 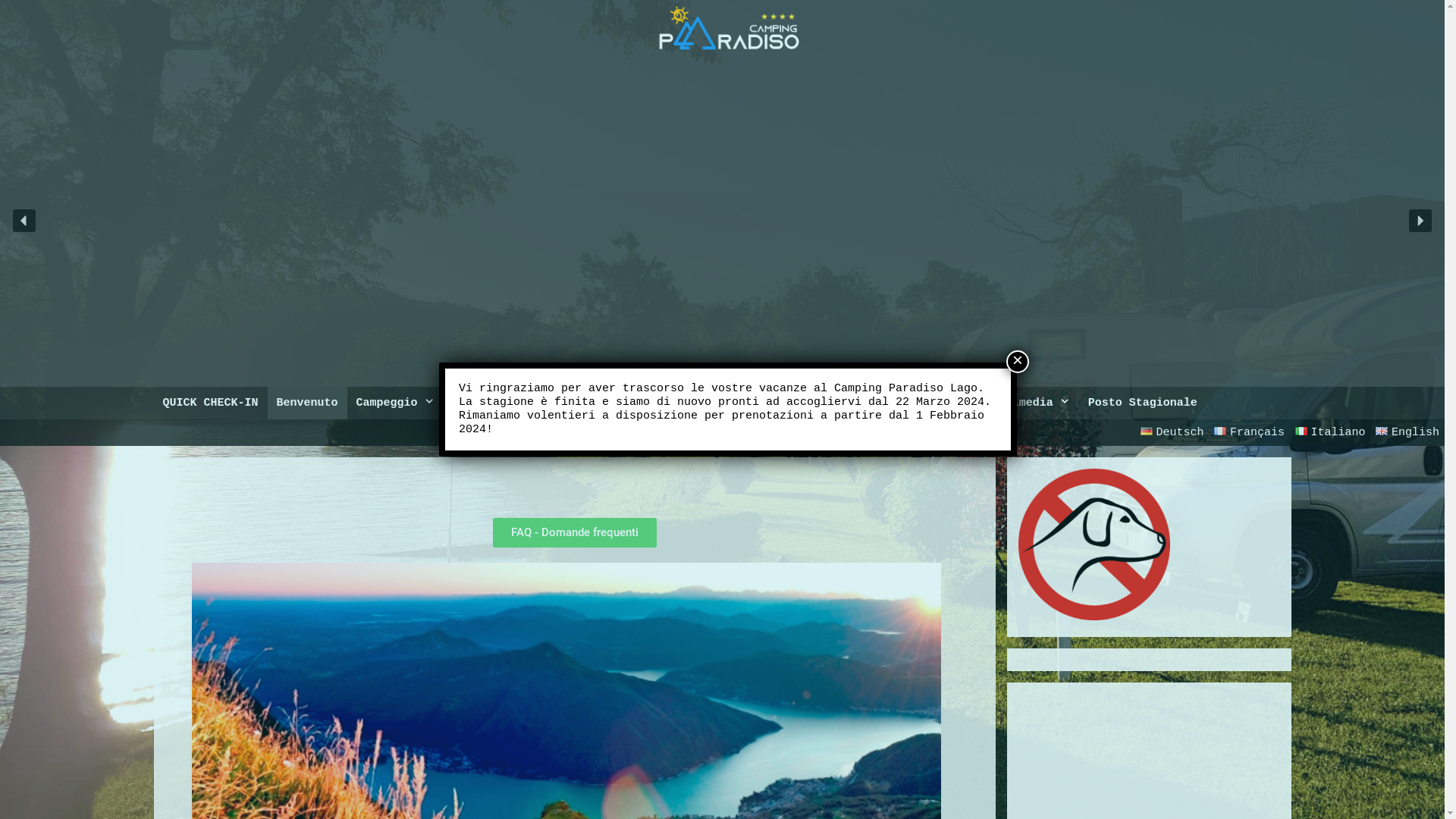 I want to click on 'Prenotazione', so click(x=502, y=402).